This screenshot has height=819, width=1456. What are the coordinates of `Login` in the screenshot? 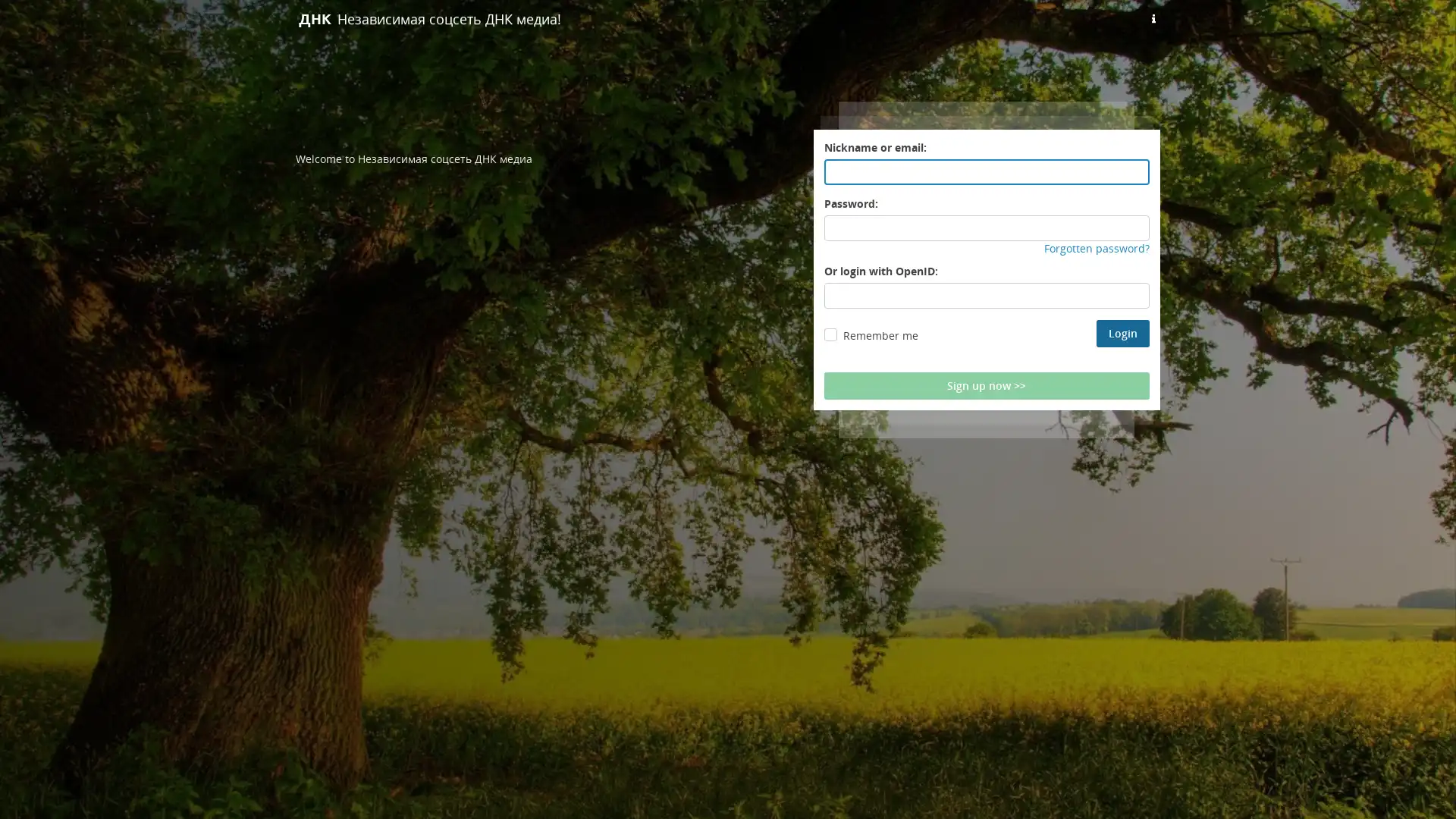 It's located at (1123, 332).